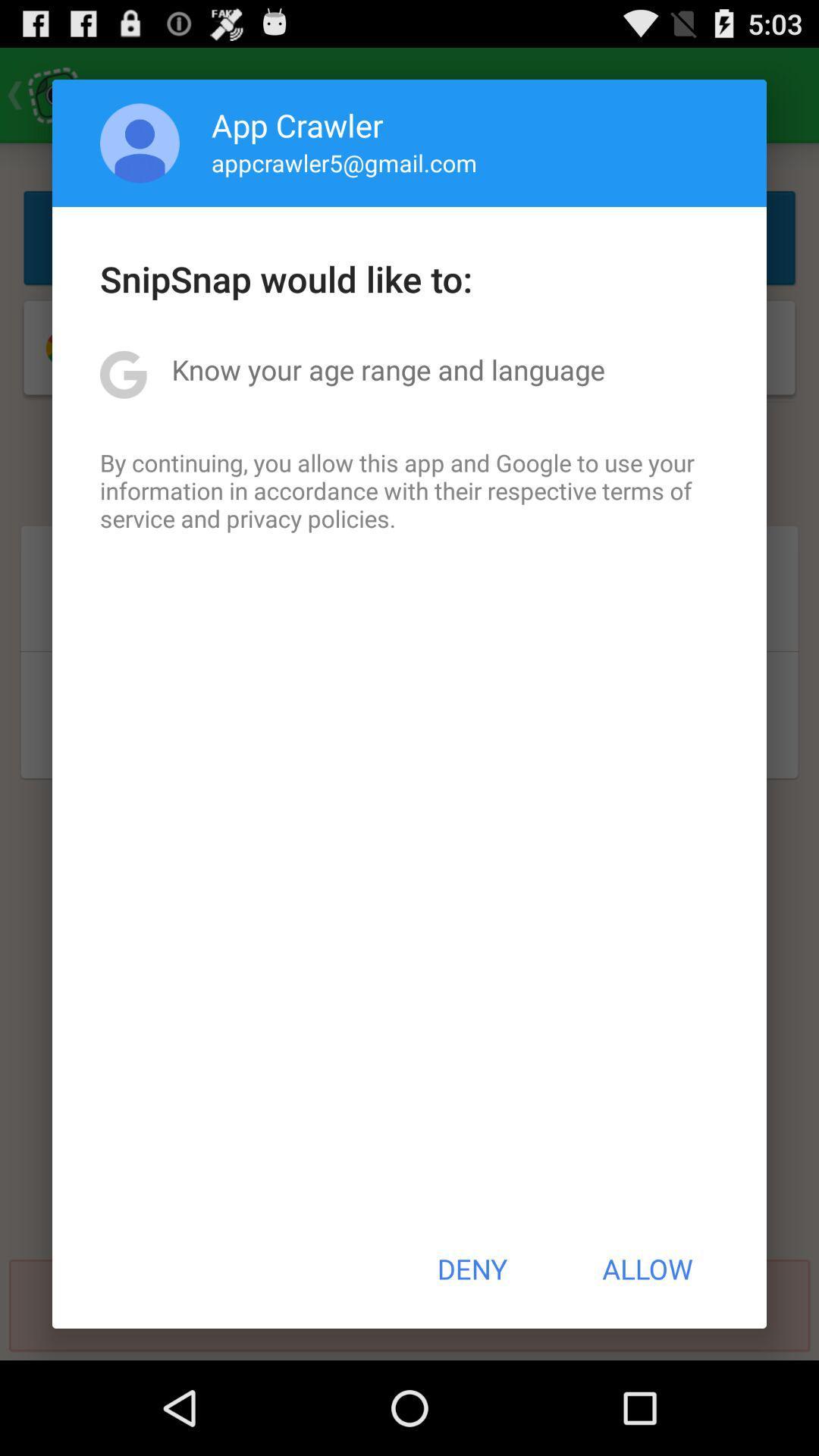 This screenshot has height=1456, width=819. I want to click on the item below snipsnap would like app, so click(388, 369).